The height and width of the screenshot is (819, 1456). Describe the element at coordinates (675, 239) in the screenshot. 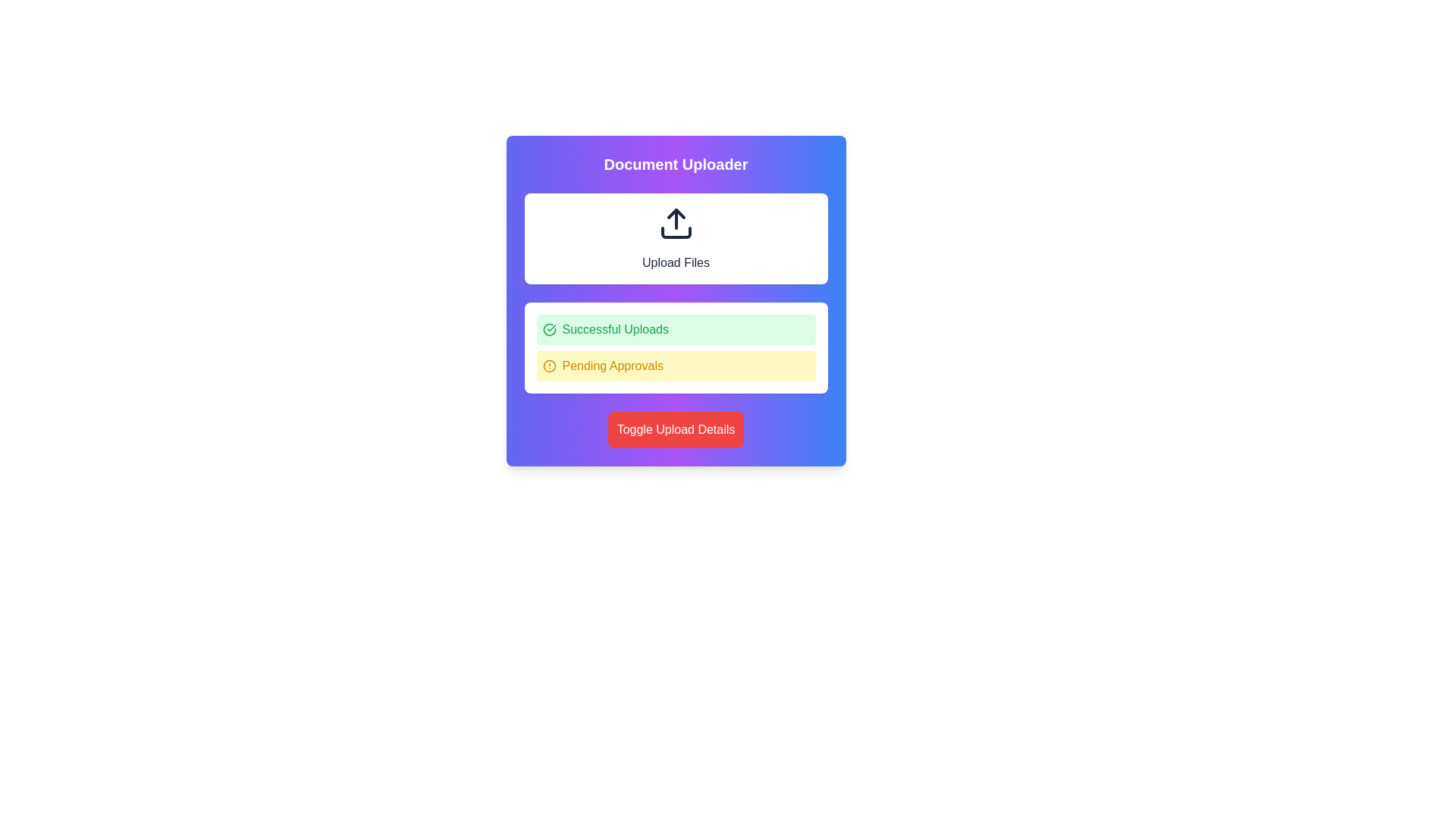

I see `the button-like interface below the title 'Document Uploader' to initiate the file upload process` at that location.